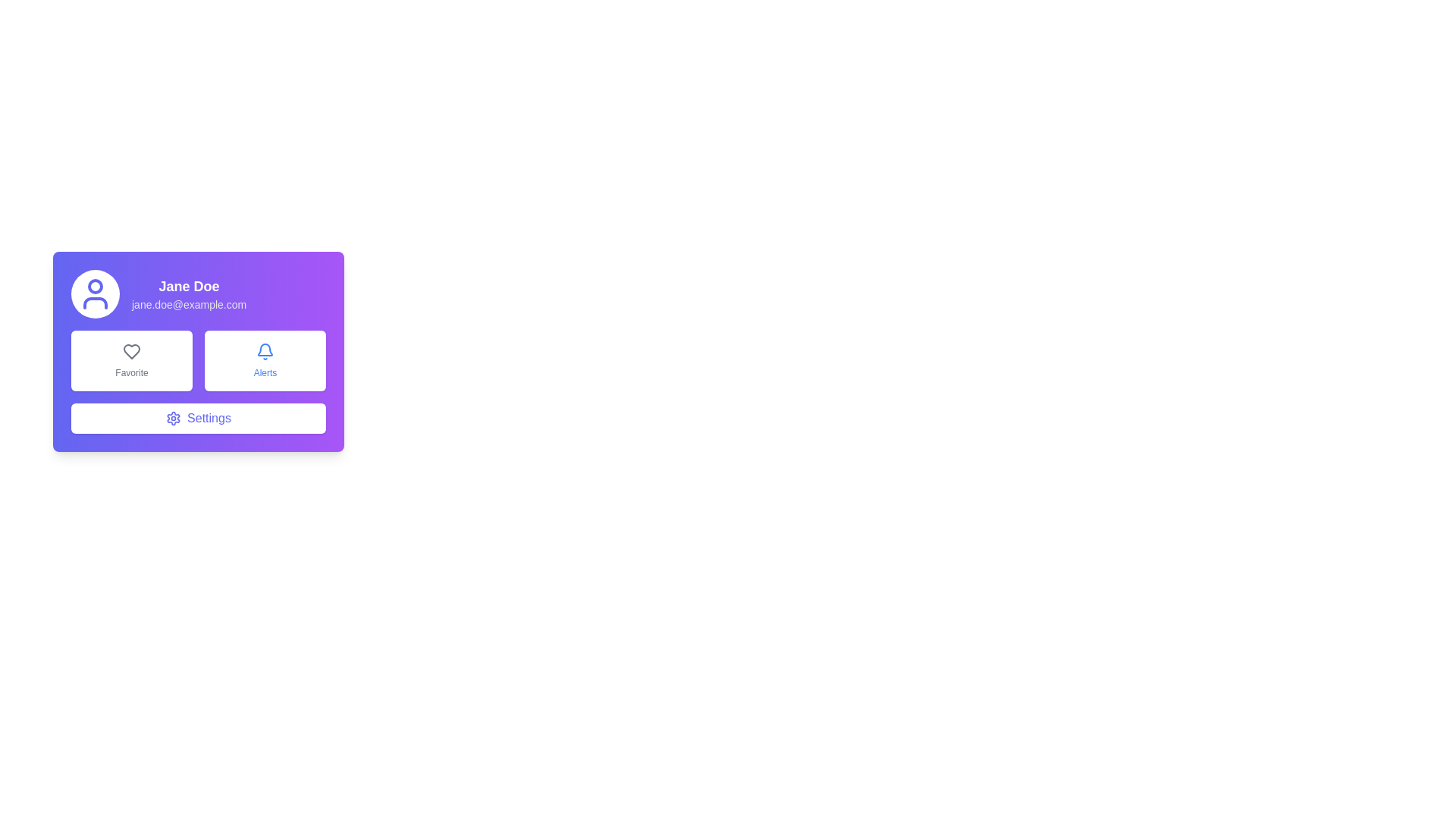 This screenshot has width=1456, height=819. I want to click on text label displaying the name 'Jane Doe' which is in bold and large font, centrally located in a purple area of the user profile component, so click(188, 287).